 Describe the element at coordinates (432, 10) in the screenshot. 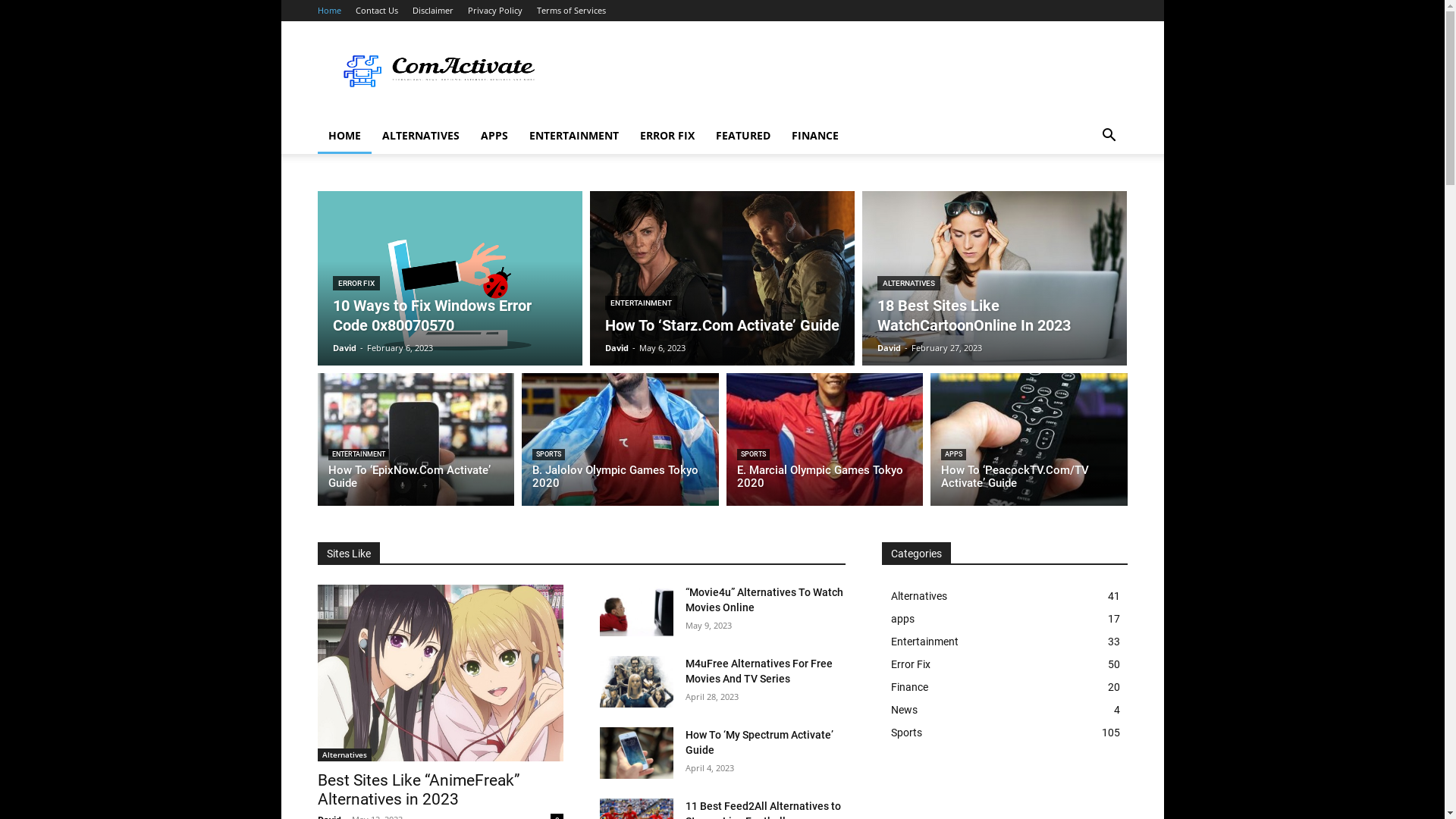

I see `'Disclaimer'` at that location.